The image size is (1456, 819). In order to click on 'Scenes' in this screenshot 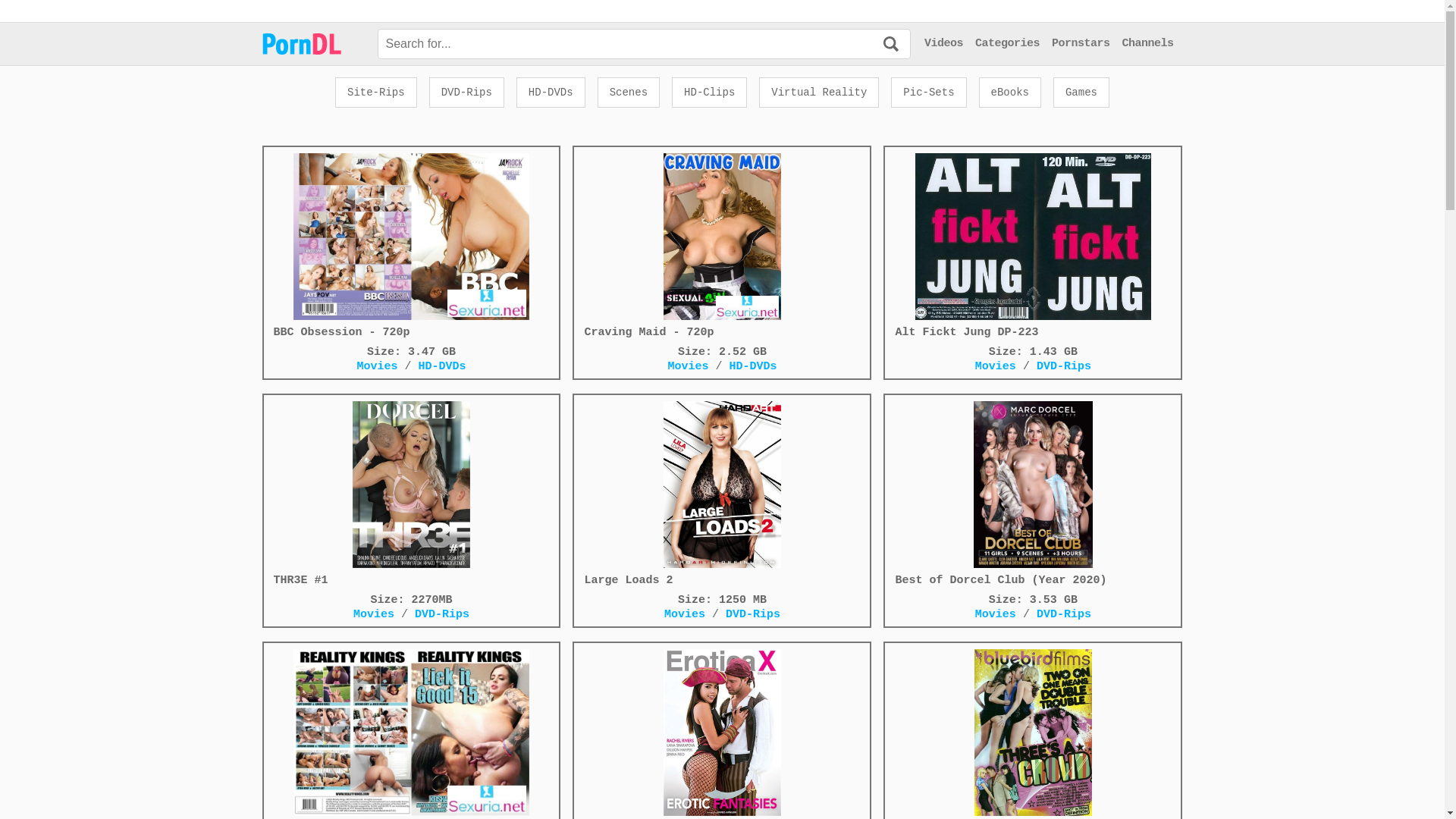, I will do `click(629, 93)`.